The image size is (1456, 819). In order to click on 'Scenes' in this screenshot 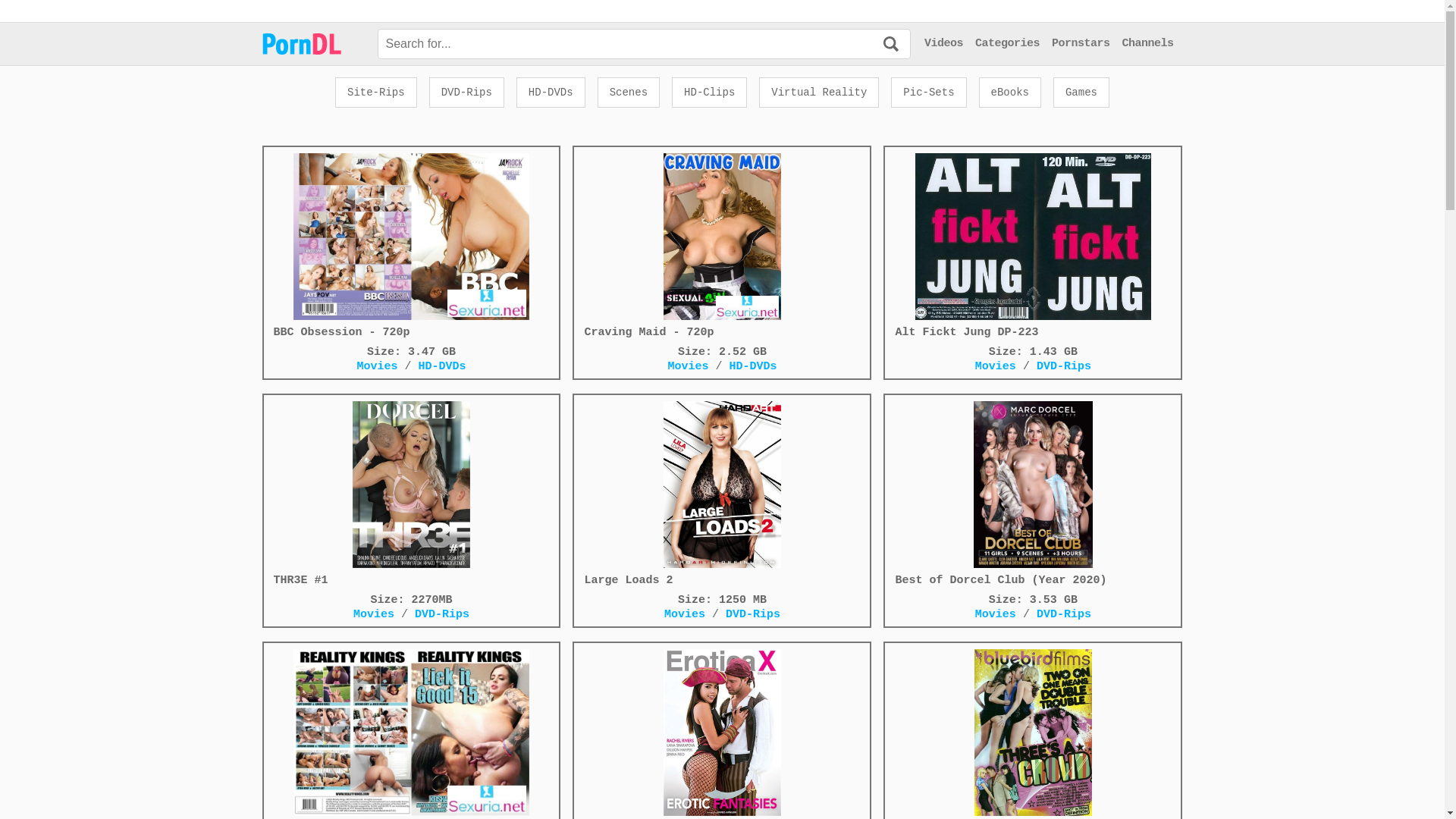, I will do `click(629, 93)`.